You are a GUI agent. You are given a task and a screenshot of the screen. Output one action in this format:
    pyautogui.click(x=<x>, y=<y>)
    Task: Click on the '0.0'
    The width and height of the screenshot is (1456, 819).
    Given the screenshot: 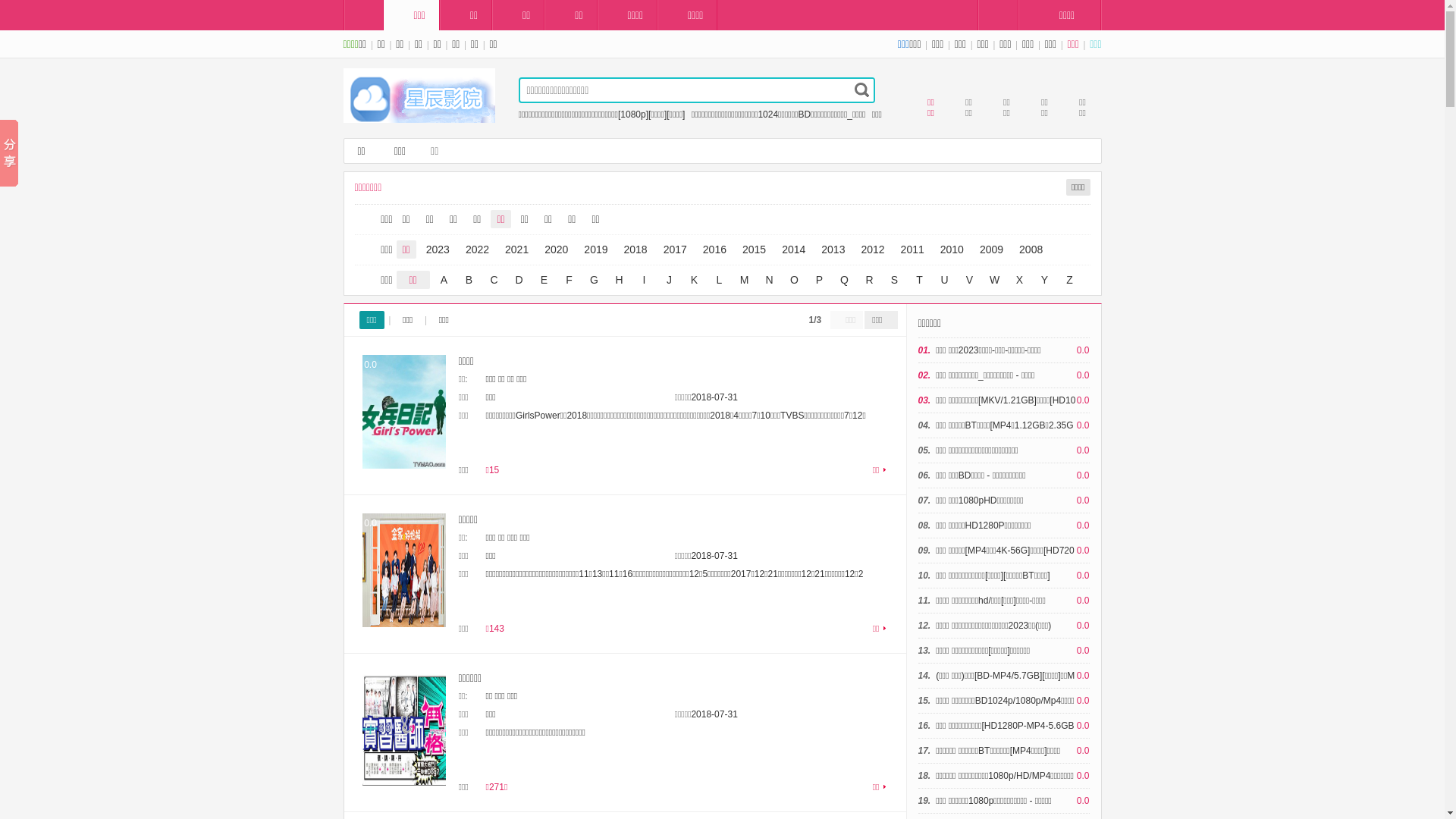 What is the action you would take?
    pyautogui.click(x=403, y=727)
    